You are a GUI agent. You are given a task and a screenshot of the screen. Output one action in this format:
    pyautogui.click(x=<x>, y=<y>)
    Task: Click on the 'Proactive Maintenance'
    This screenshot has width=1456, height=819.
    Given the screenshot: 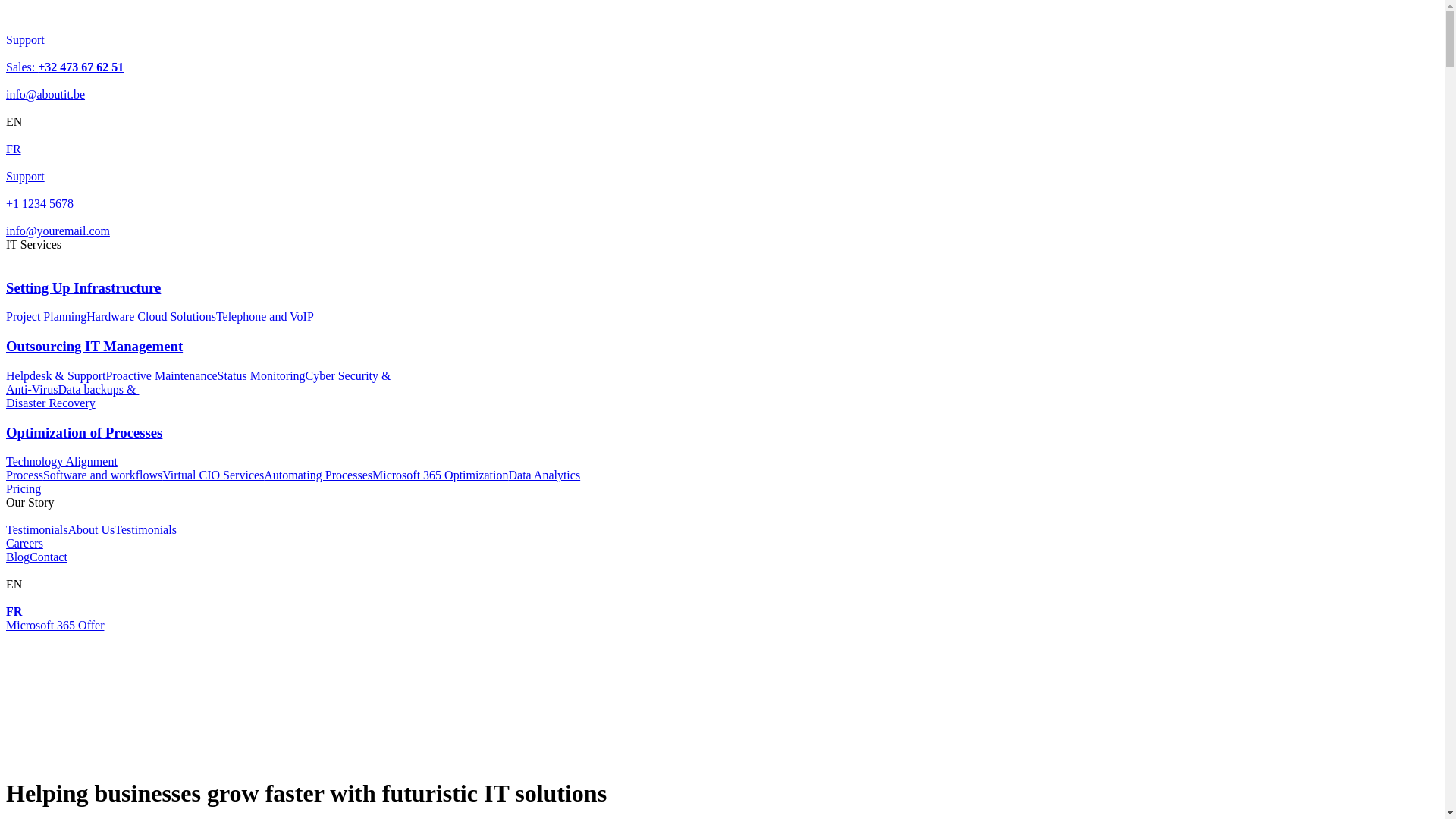 What is the action you would take?
    pyautogui.click(x=162, y=375)
    